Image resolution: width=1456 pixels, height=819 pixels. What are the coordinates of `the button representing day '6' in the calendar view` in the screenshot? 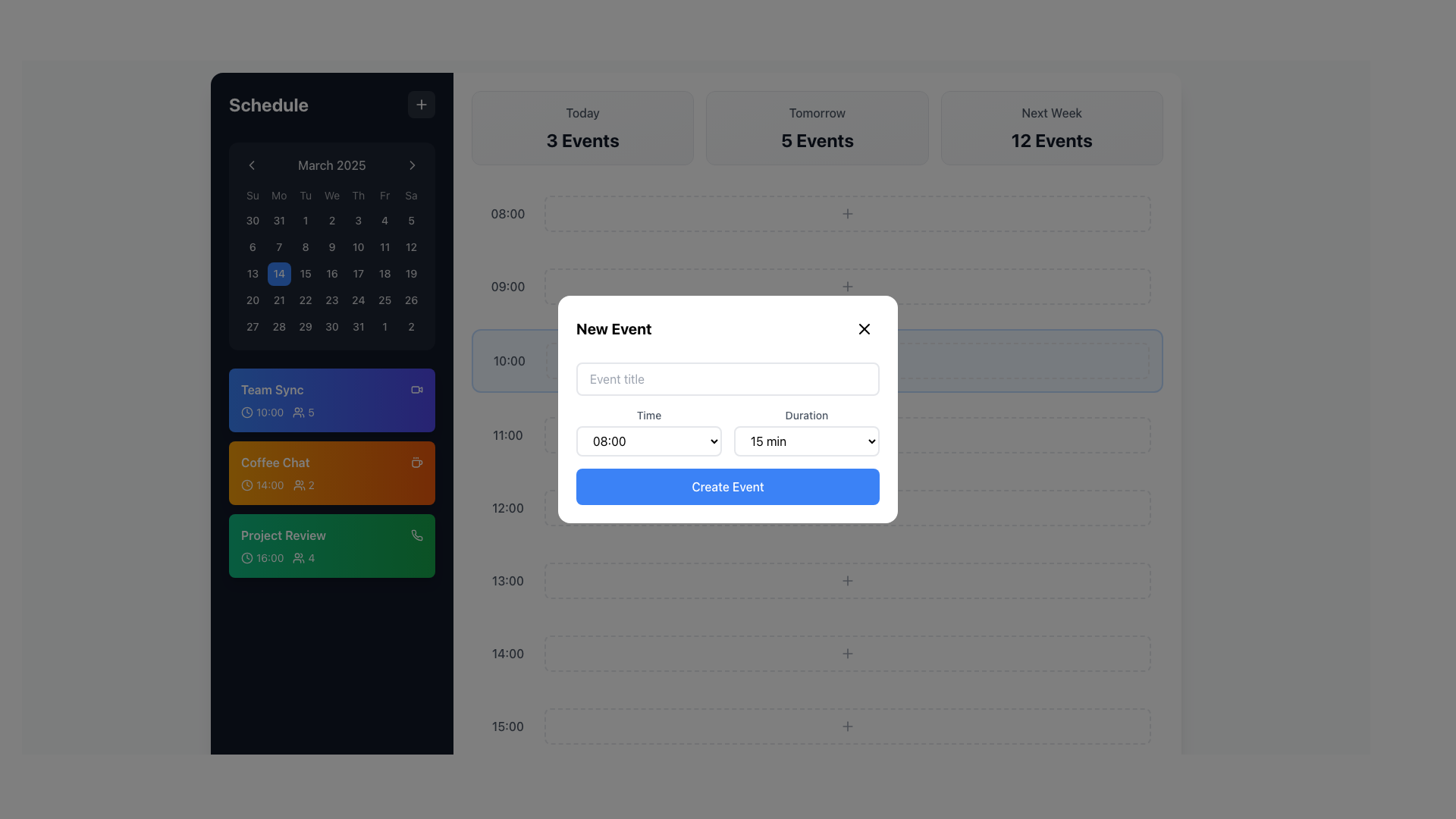 It's located at (253, 246).